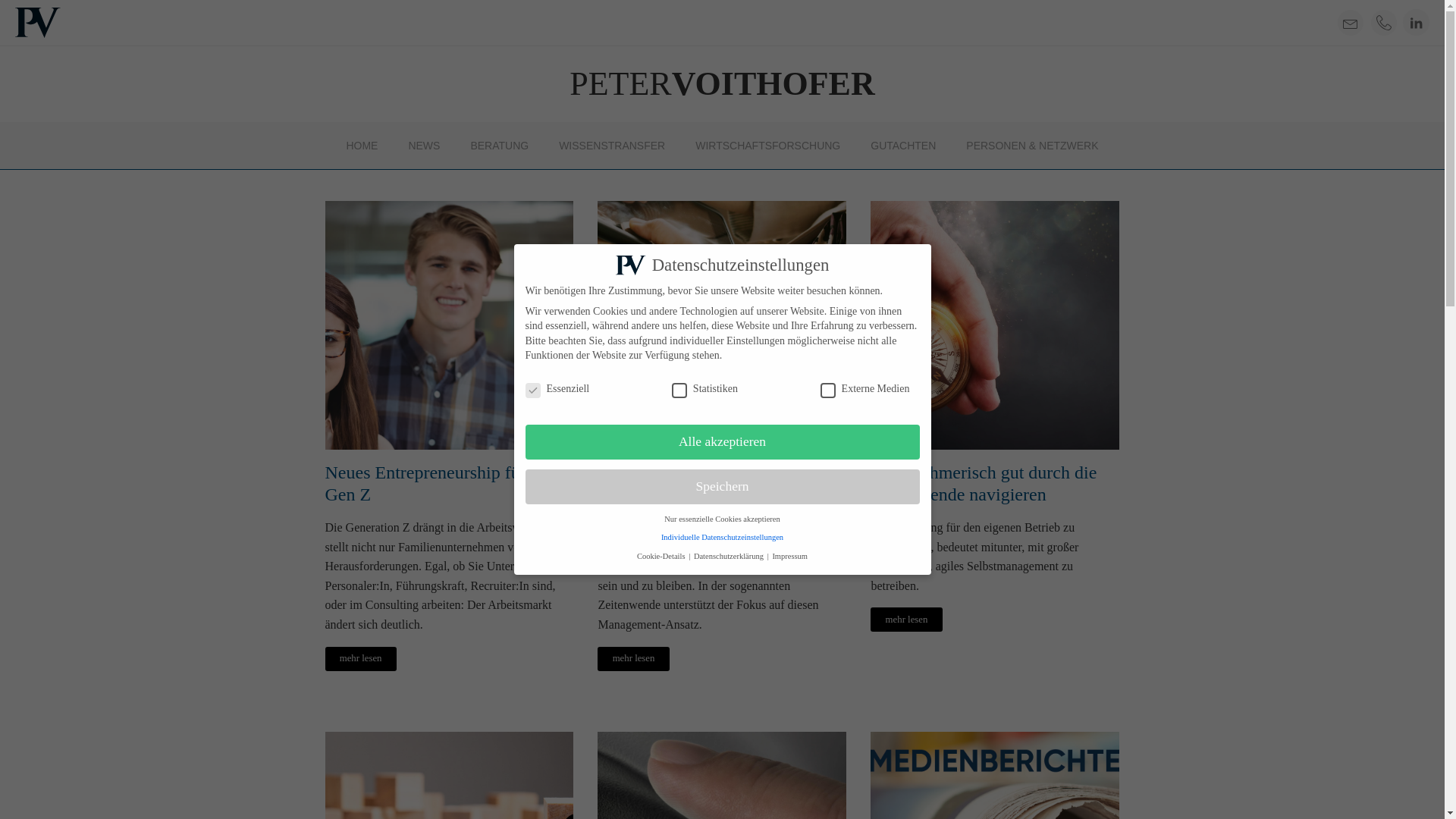  What do you see at coordinates (720, 486) in the screenshot?
I see `'Speichern'` at bounding box center [720, 486].